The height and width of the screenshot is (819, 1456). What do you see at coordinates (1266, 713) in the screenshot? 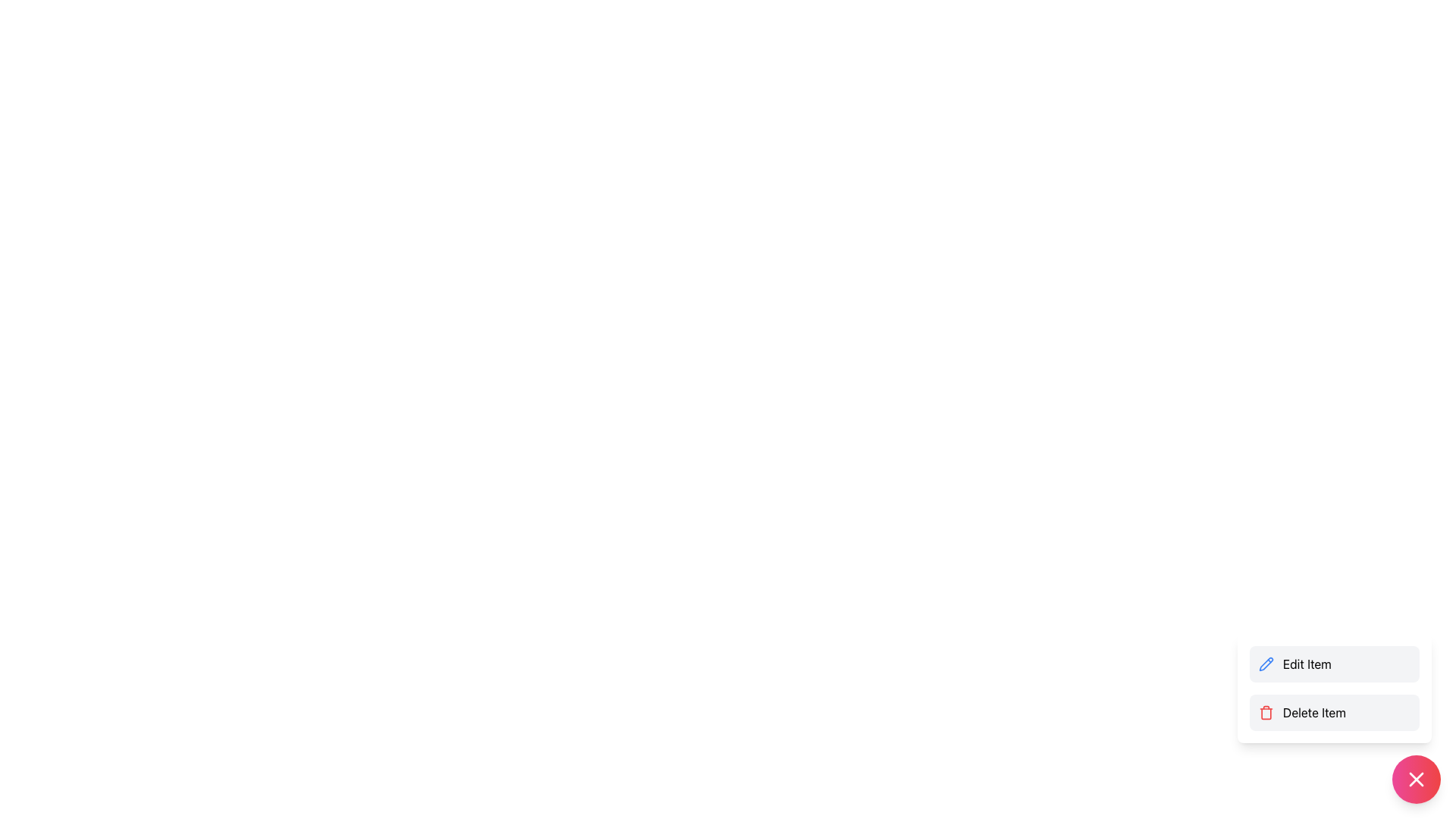
I see `the delete icon located to the left of the text 'Delete Item' in the lower part of the vertical layout` at bounding box center [1266, 713].